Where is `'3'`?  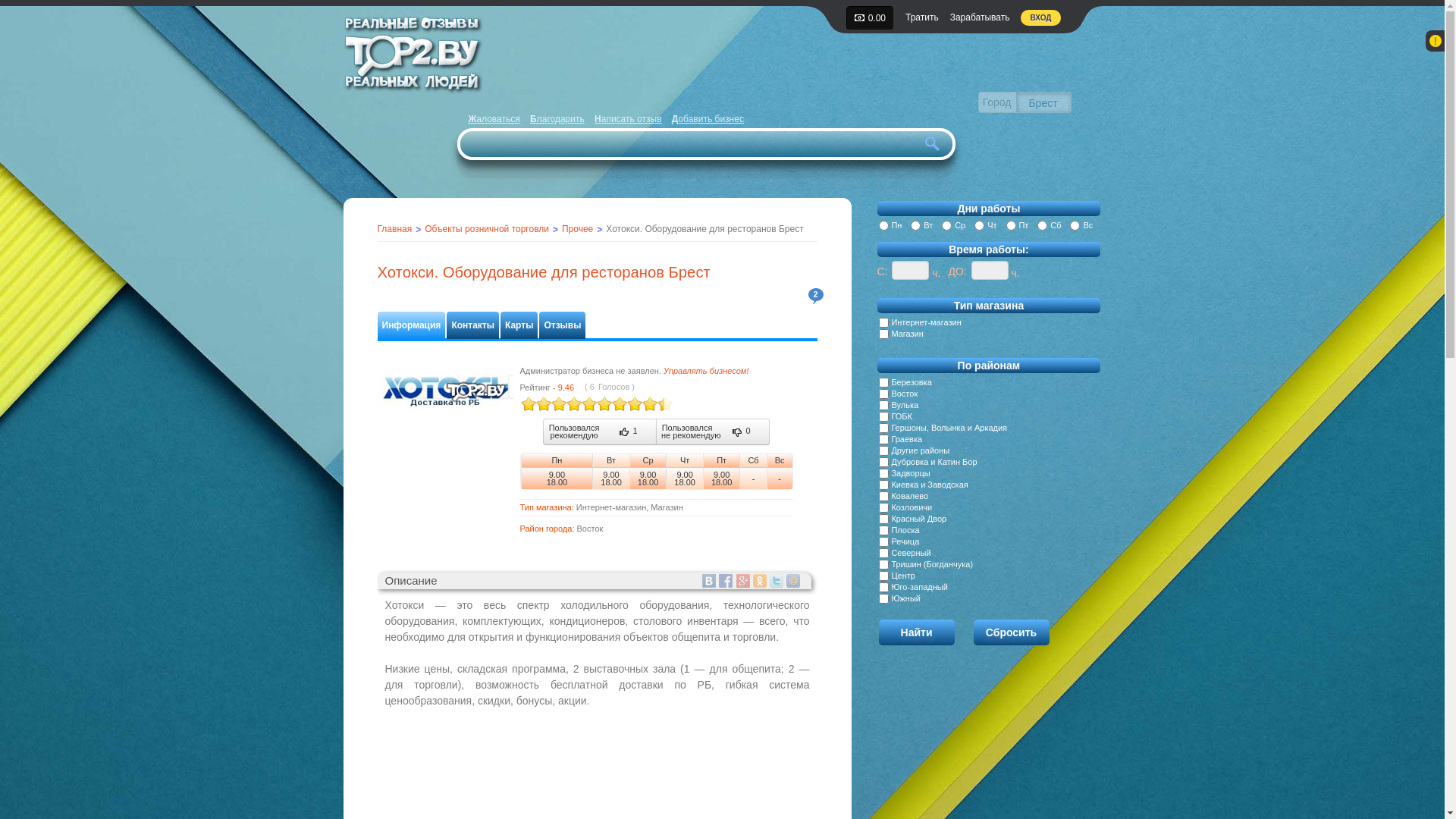
'3' is located at coordinates (542, 403).